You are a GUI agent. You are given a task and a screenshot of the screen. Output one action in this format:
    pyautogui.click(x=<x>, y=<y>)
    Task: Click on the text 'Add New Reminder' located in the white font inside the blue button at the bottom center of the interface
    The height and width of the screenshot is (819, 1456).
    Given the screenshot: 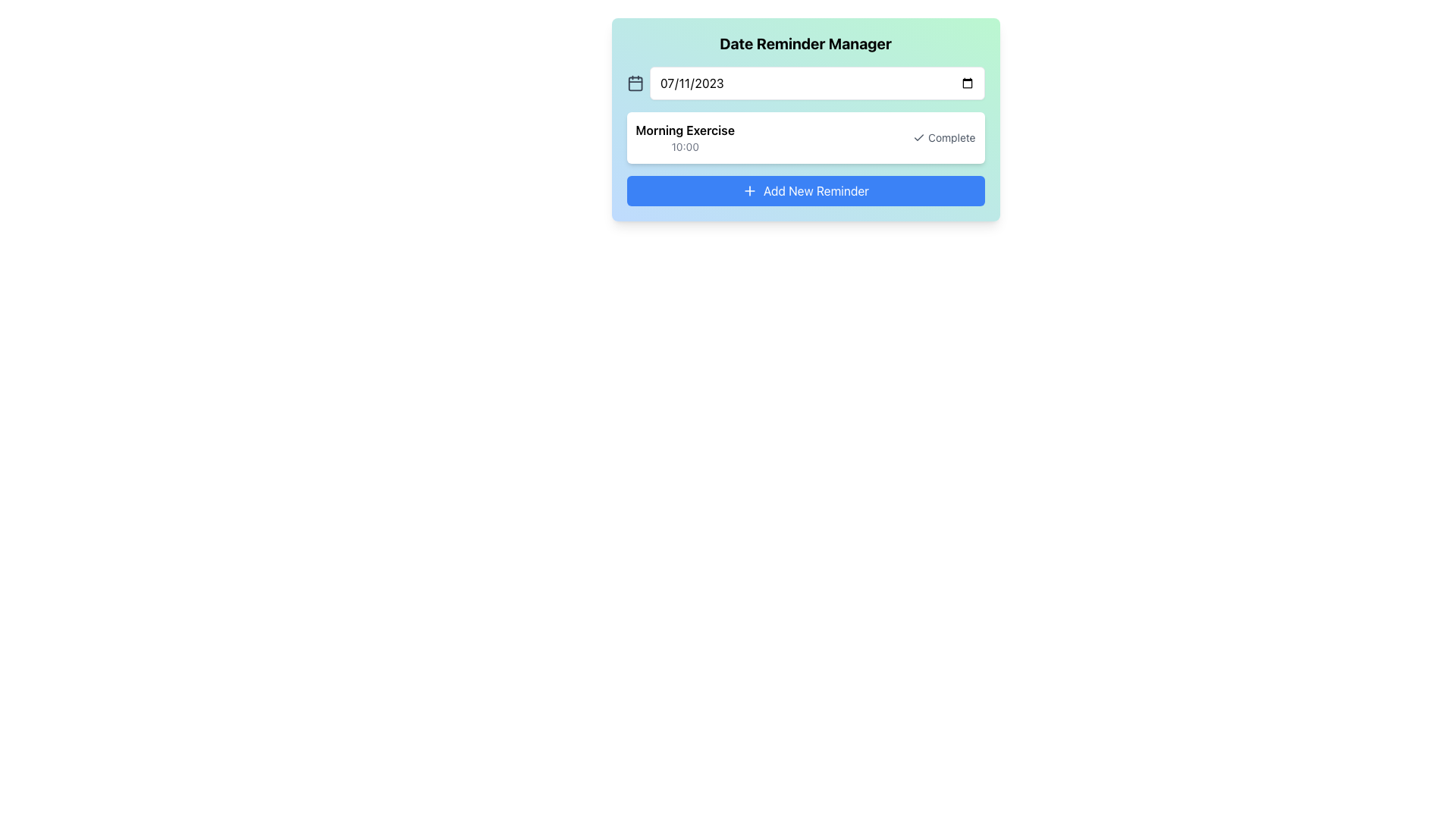 What is the action you would take?
    pyautogui.click(x=815, y=190)
    